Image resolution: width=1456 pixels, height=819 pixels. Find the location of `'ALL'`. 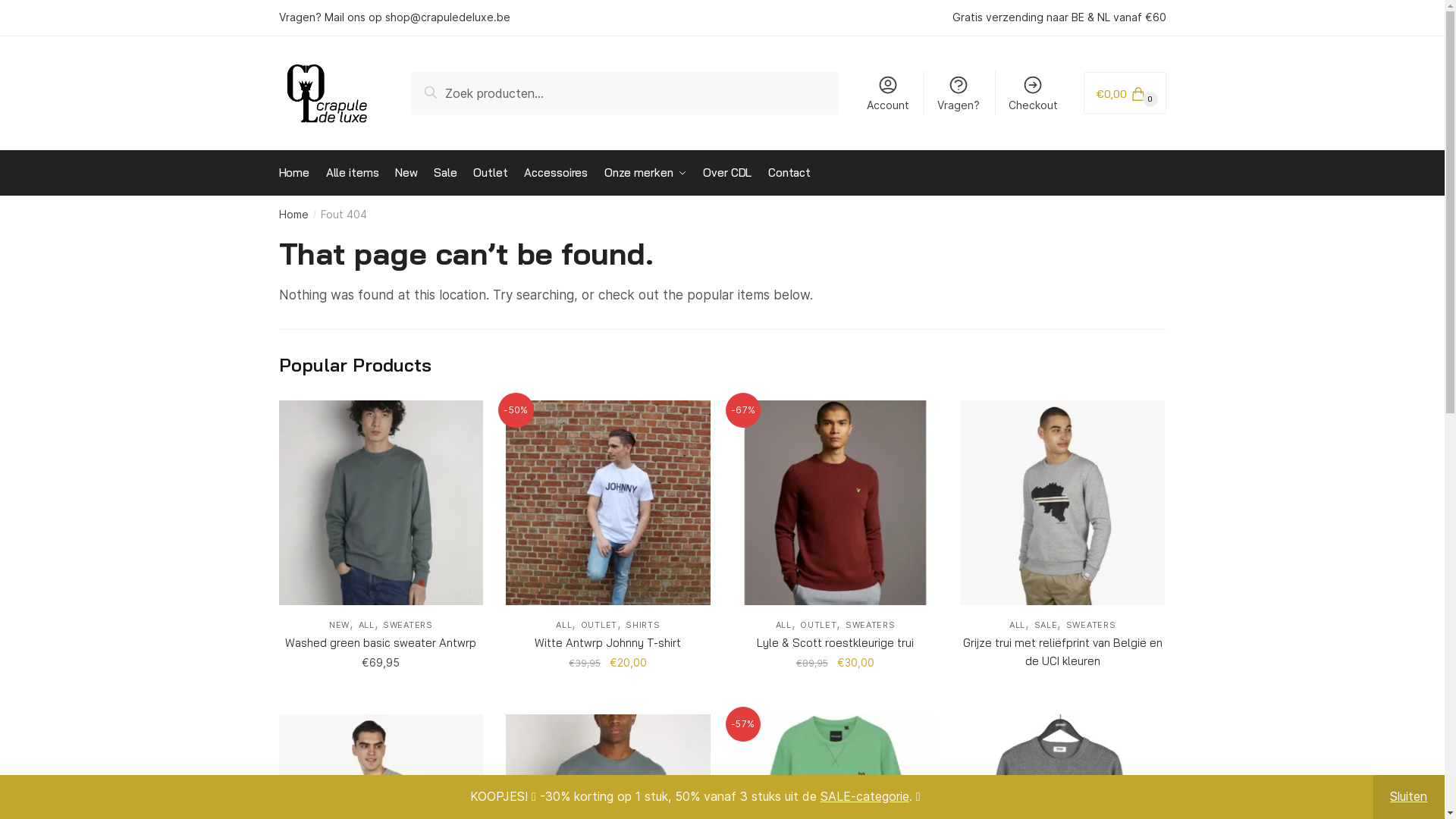

'ALL' is located at coordinates (775, 625).